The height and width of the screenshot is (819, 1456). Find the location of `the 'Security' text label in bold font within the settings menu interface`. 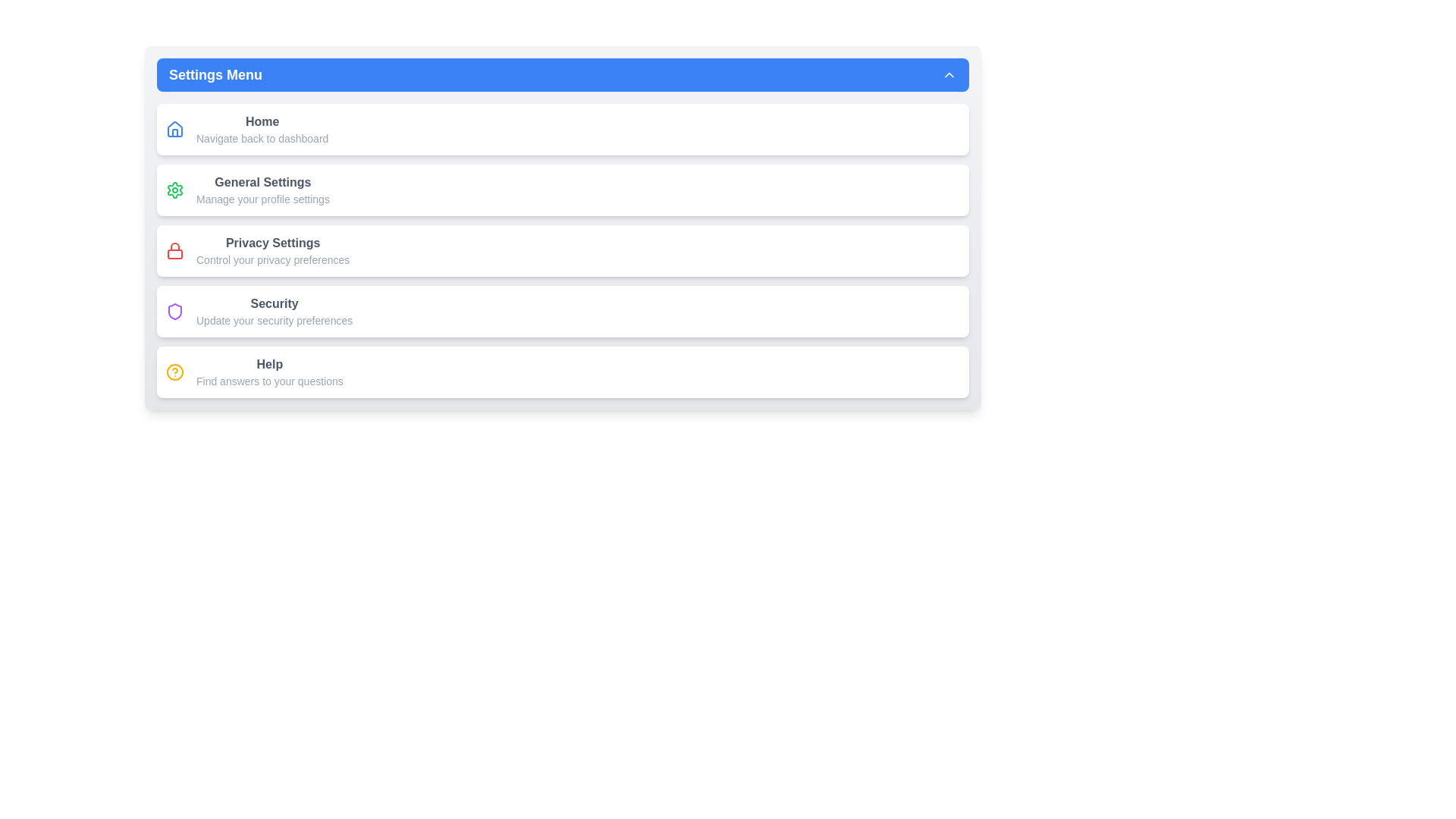

the 'Security' text label in bold font within the settings menu interface is located at coordinates (275, 304).